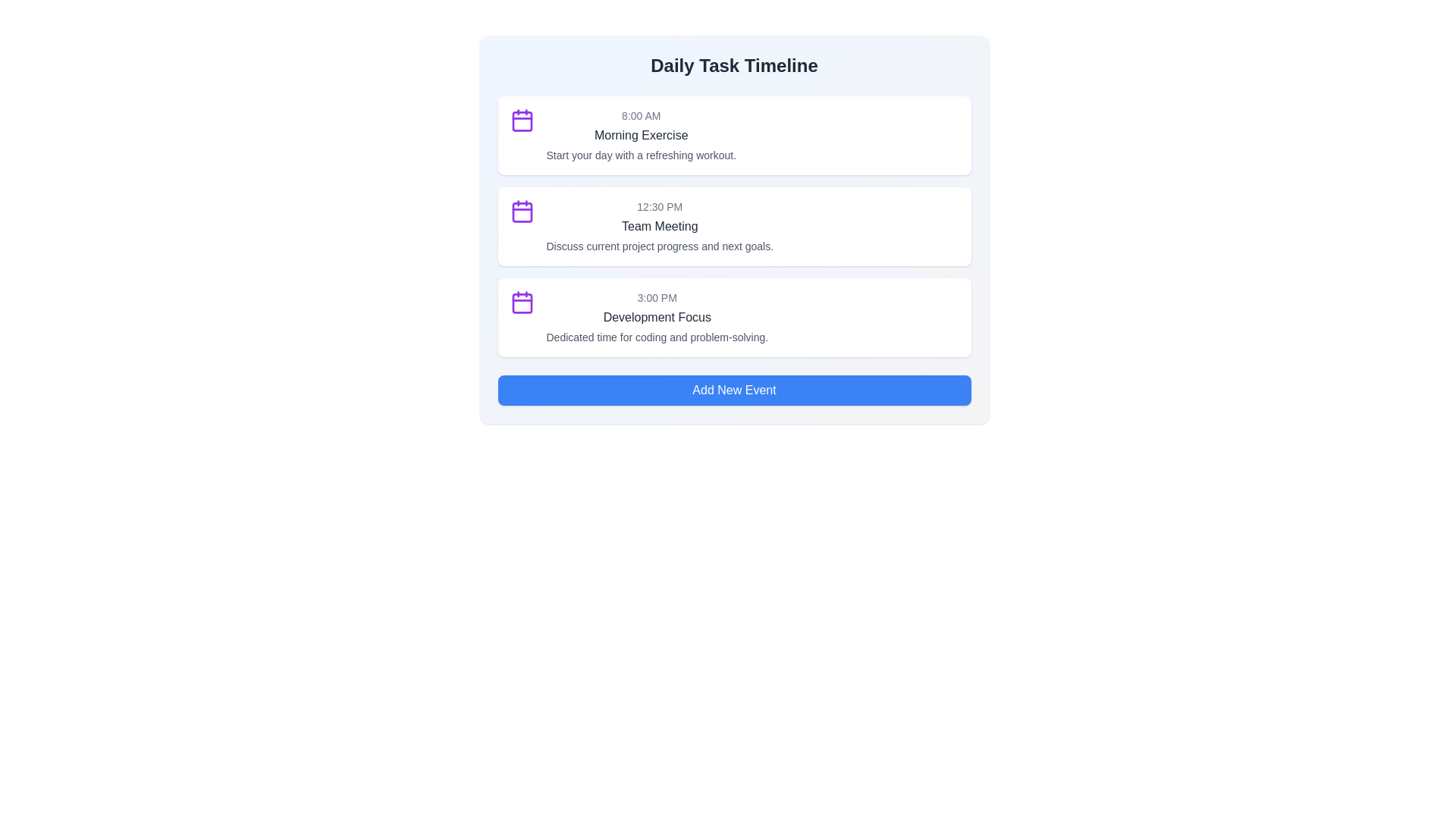 The image size is (1456, 819). What do you see at coordinates (660, 227) in the screenshot?
I see `the text label displaying 'Team Meeting' in gray, located in the timeline interface, positioned between '12:30 PM' and the project description` at bounding box center [660, 227].